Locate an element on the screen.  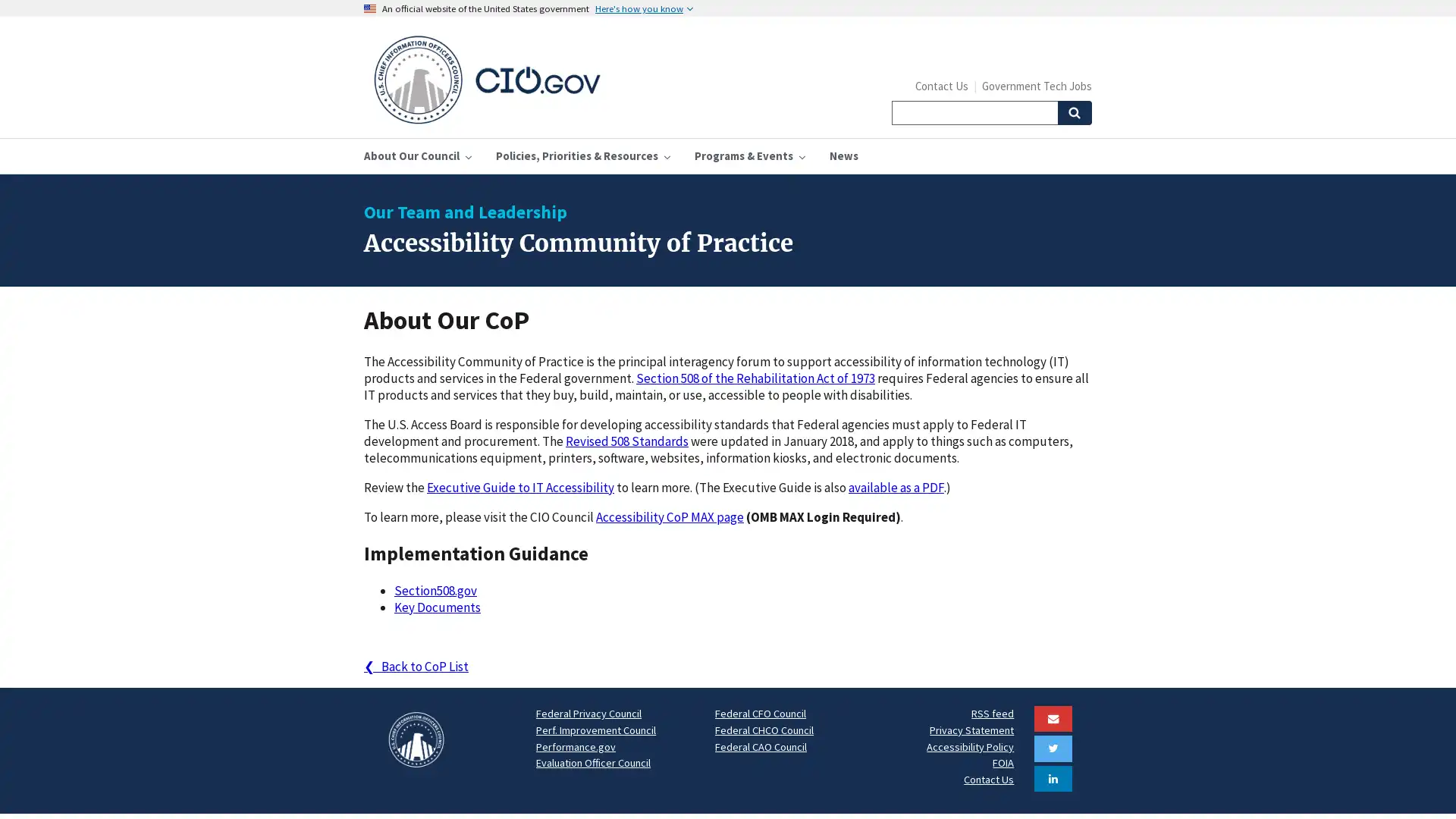
Search is located at coordinates (1073, 112).